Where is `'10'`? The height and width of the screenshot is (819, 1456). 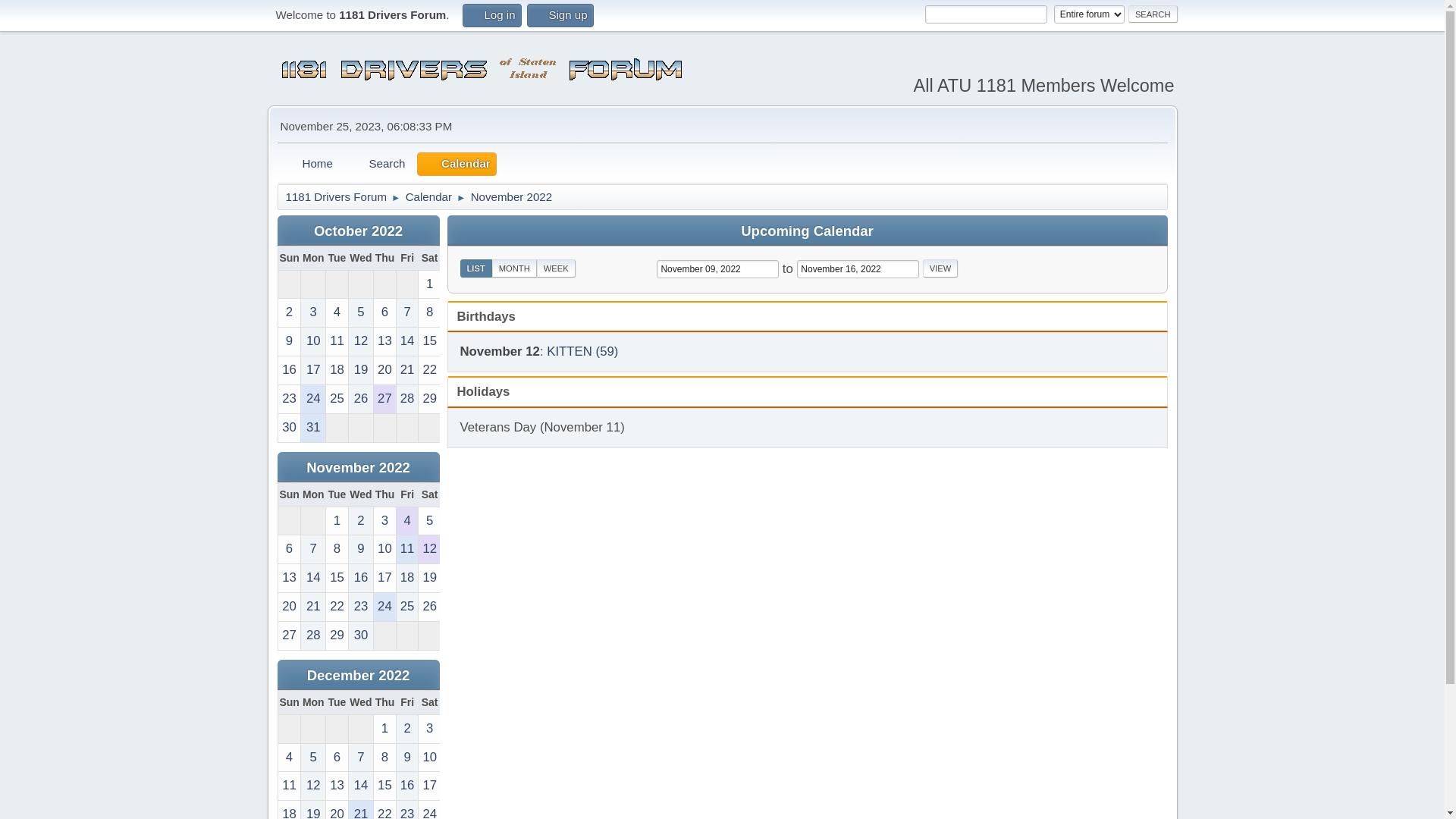
'10' is located at coordinates (312, 341).